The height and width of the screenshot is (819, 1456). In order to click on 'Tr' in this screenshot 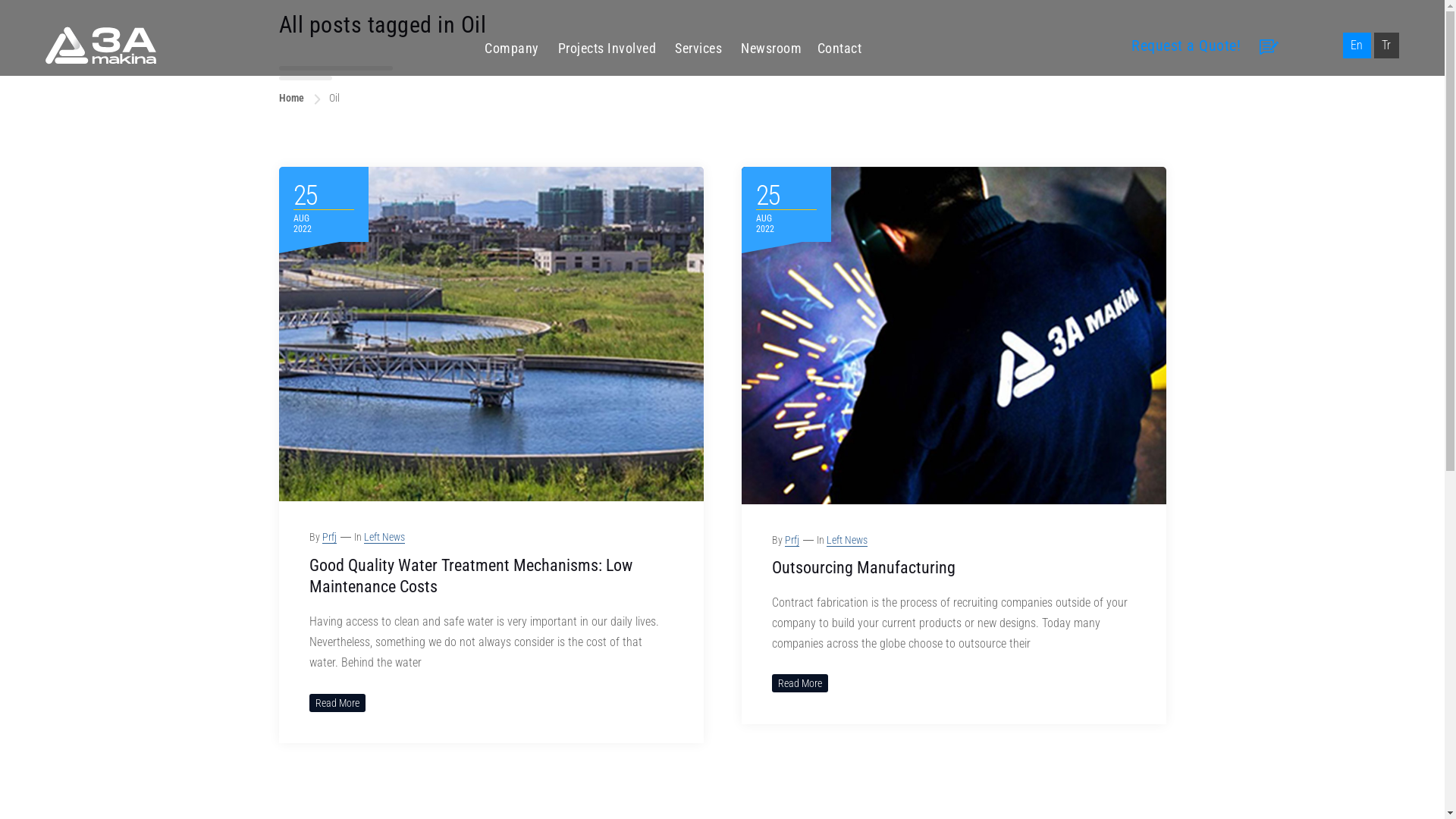, I will do `click(1386, 45)`.